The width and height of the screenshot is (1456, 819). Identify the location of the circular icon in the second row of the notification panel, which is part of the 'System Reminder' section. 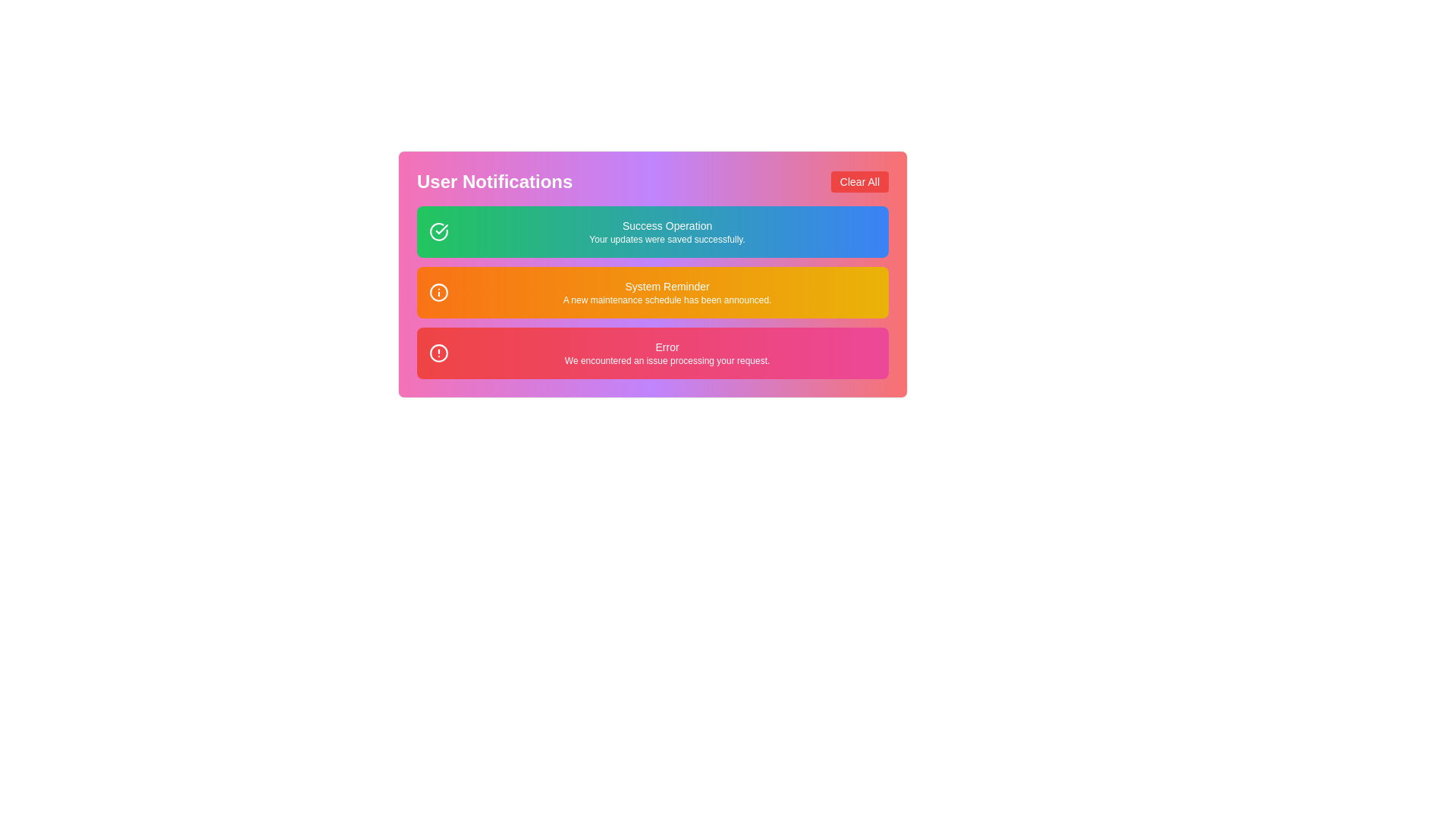
(438, 292).